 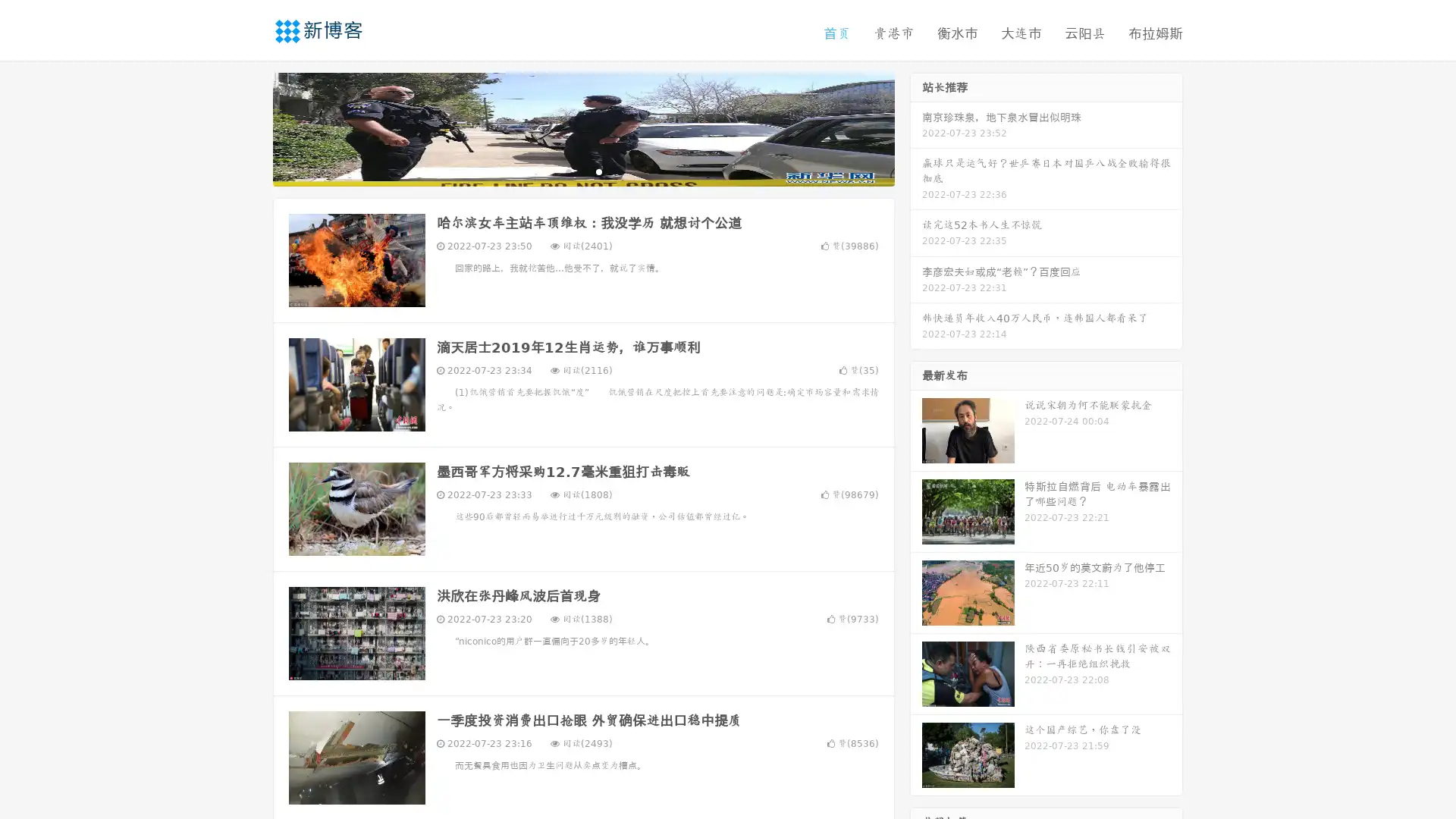 What do you see at coordinates (598, 171) in the screenshot?
I see `Go to slide 3` at bounding box center [598, 171].